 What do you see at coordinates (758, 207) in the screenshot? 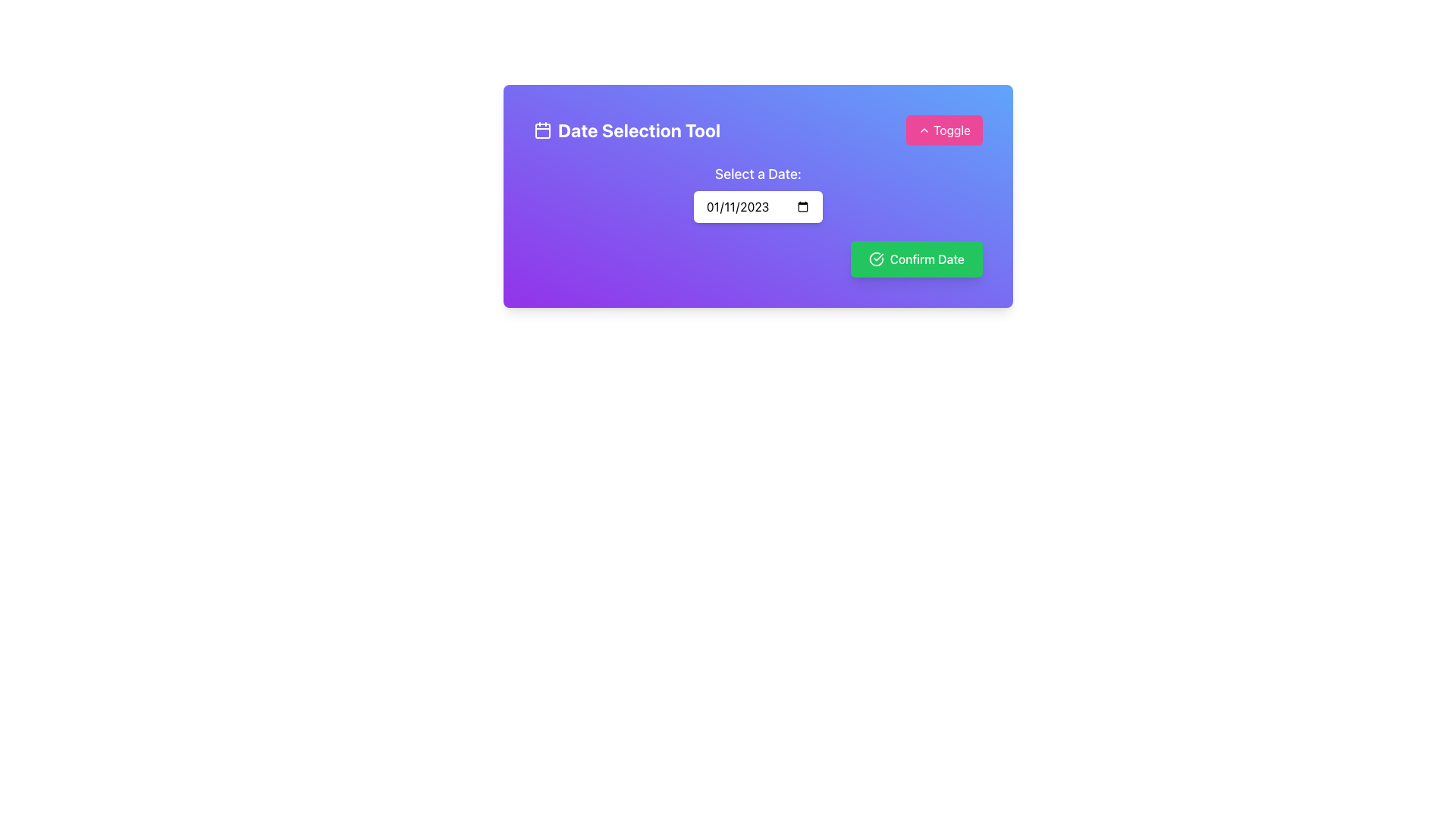
I see `the date input field styled with rounded corners and a calendar icon` at bounding box center [758, 207].